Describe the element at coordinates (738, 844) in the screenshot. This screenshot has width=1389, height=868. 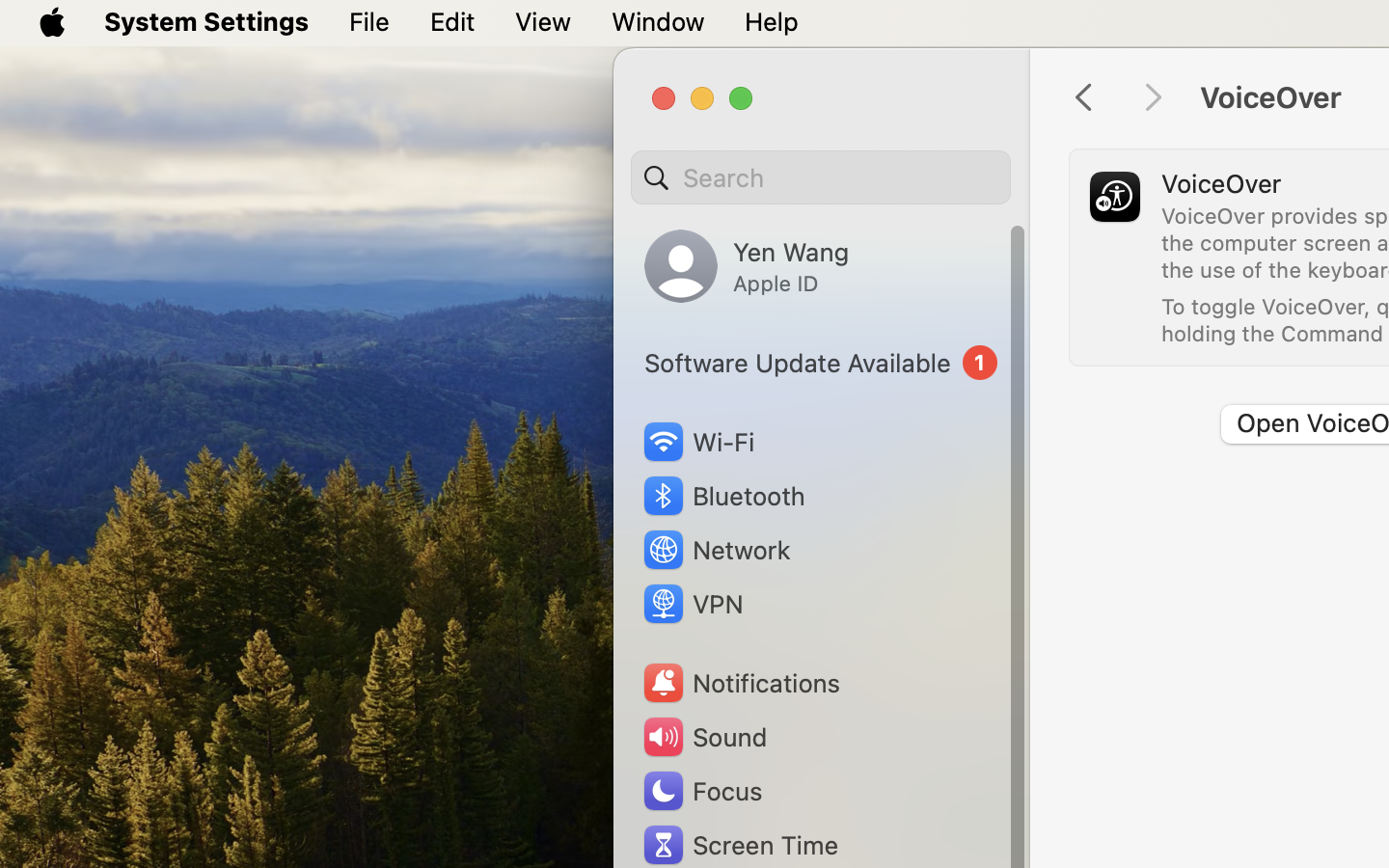
I see `'Screen Time'` at that location.